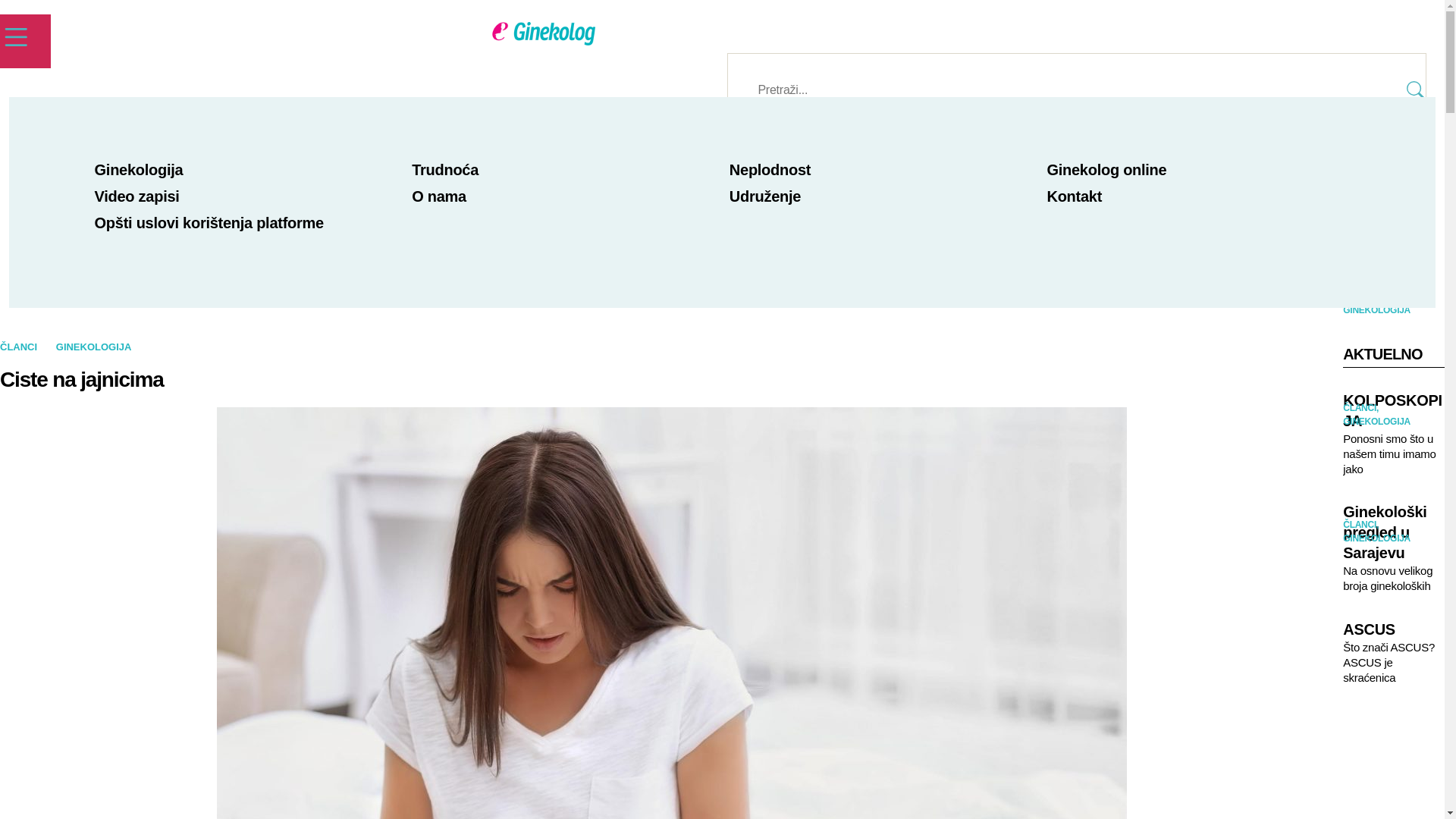 The image size is (1456, 819). I want to click on 'Ginekolog online', so click(1106, 169).